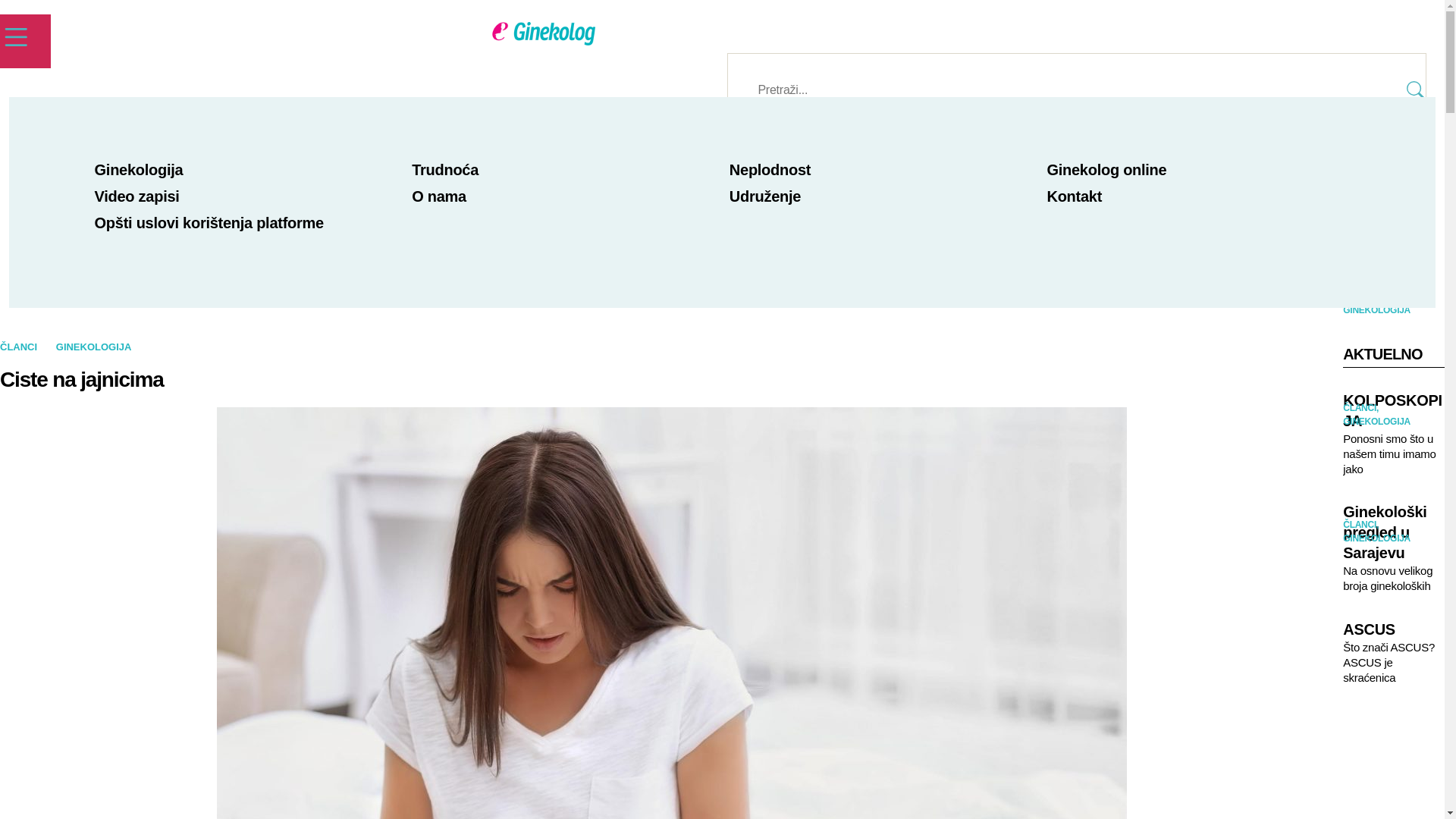 The image size is (1456, 819). I want to click on 'Ginekolog online', so click(1106, 169).